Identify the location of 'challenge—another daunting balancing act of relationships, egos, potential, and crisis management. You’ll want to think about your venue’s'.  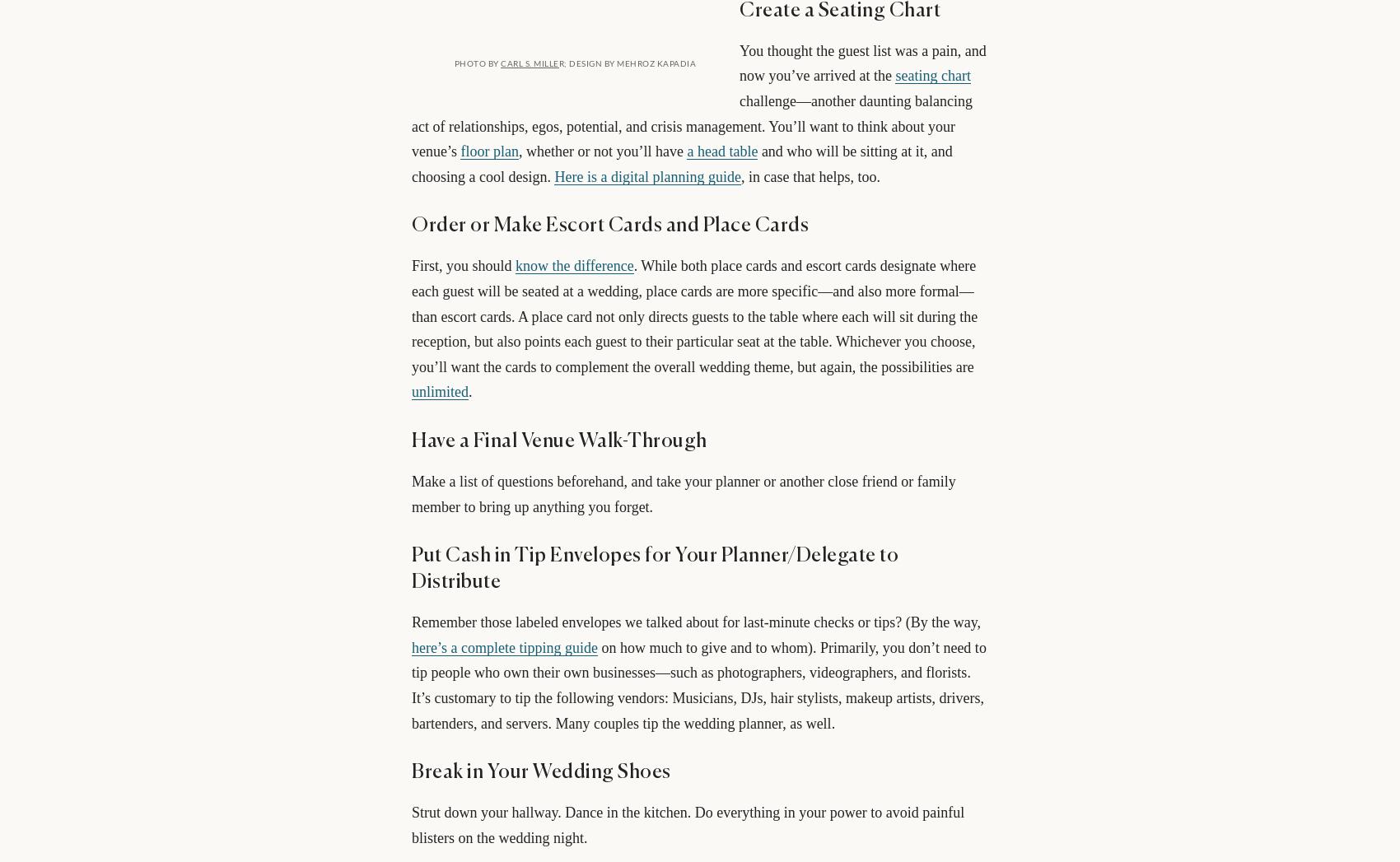
(690, 126).